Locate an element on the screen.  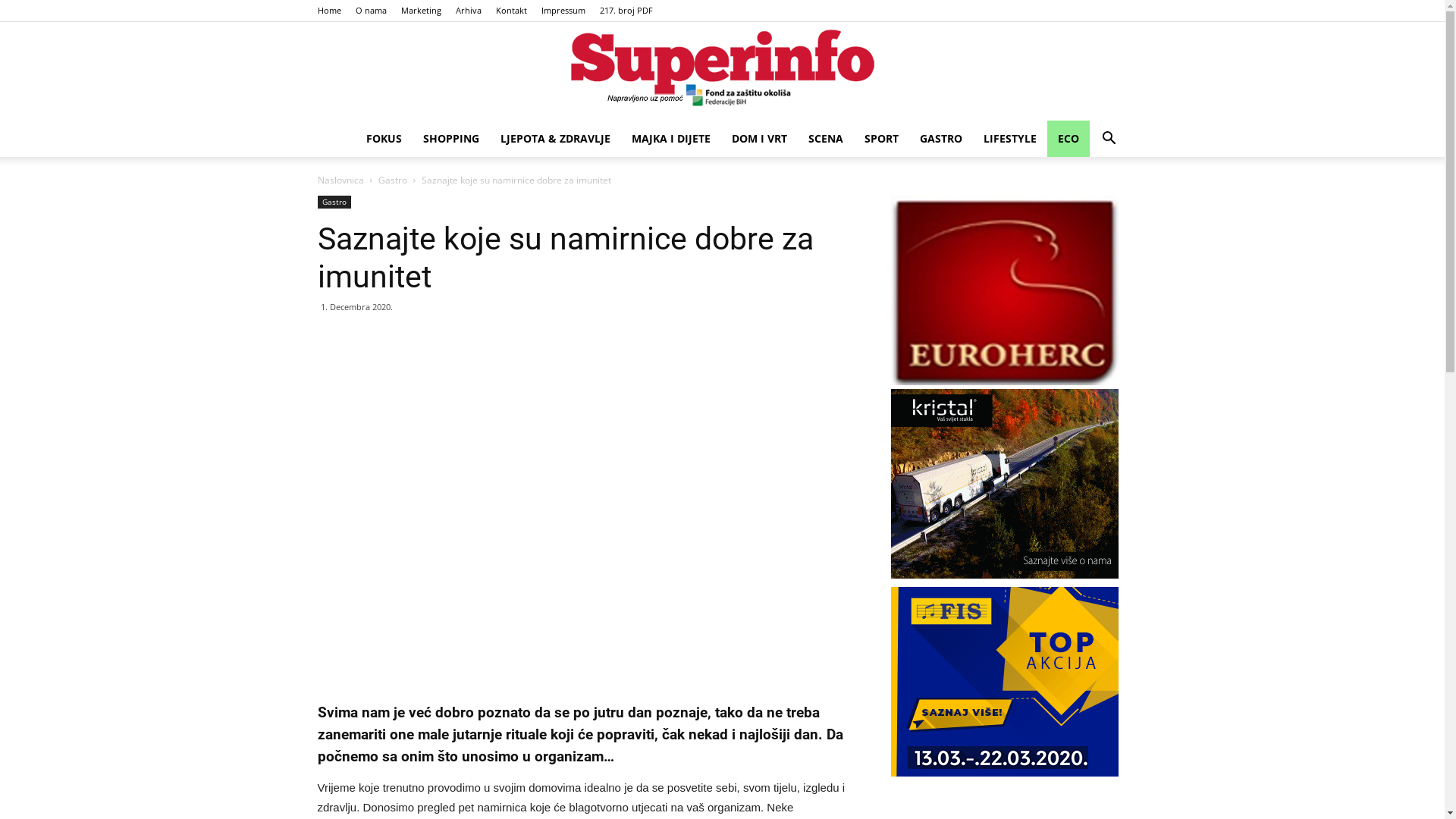
'Superinfo' is located at coordinates (721, 72).